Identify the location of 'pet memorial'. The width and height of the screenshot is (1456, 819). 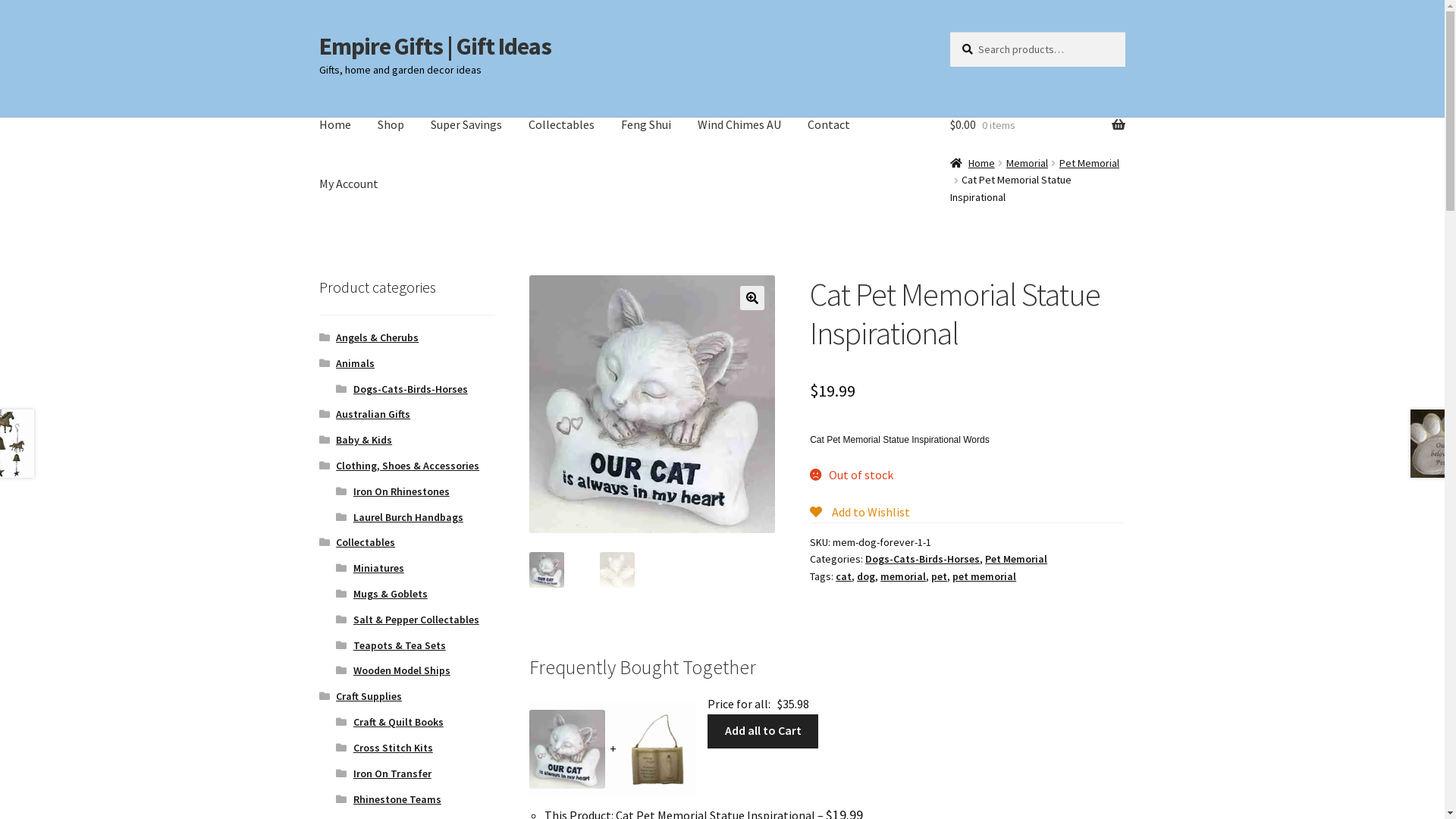
(984, 576).